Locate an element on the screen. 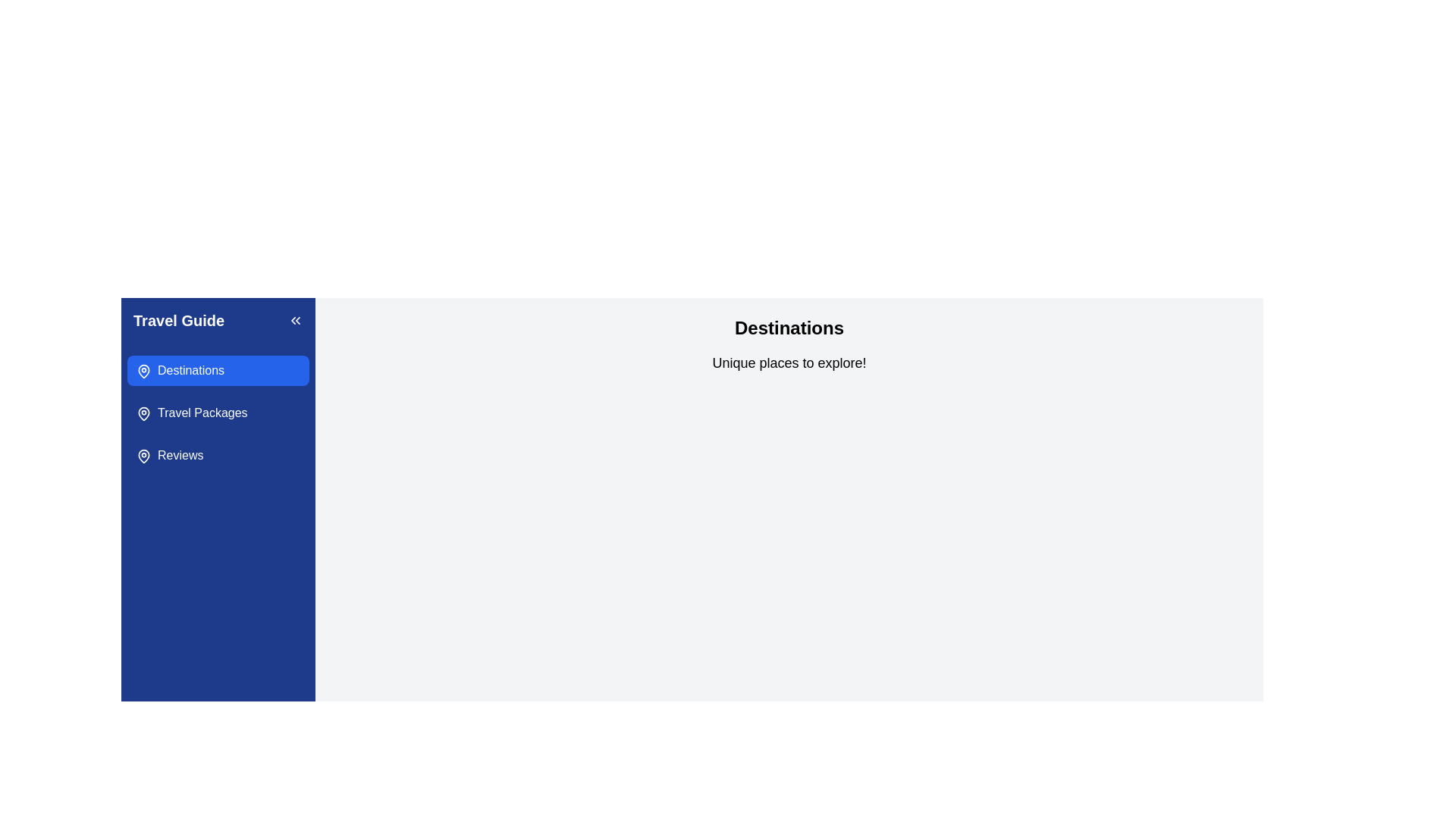 Image resolution: width=1456 pixels, height=819 pixels. the map pin SVG icon associated with the 'Reviews' menu item located on the left vertical navigation menu is located at coordinates (144, 455).